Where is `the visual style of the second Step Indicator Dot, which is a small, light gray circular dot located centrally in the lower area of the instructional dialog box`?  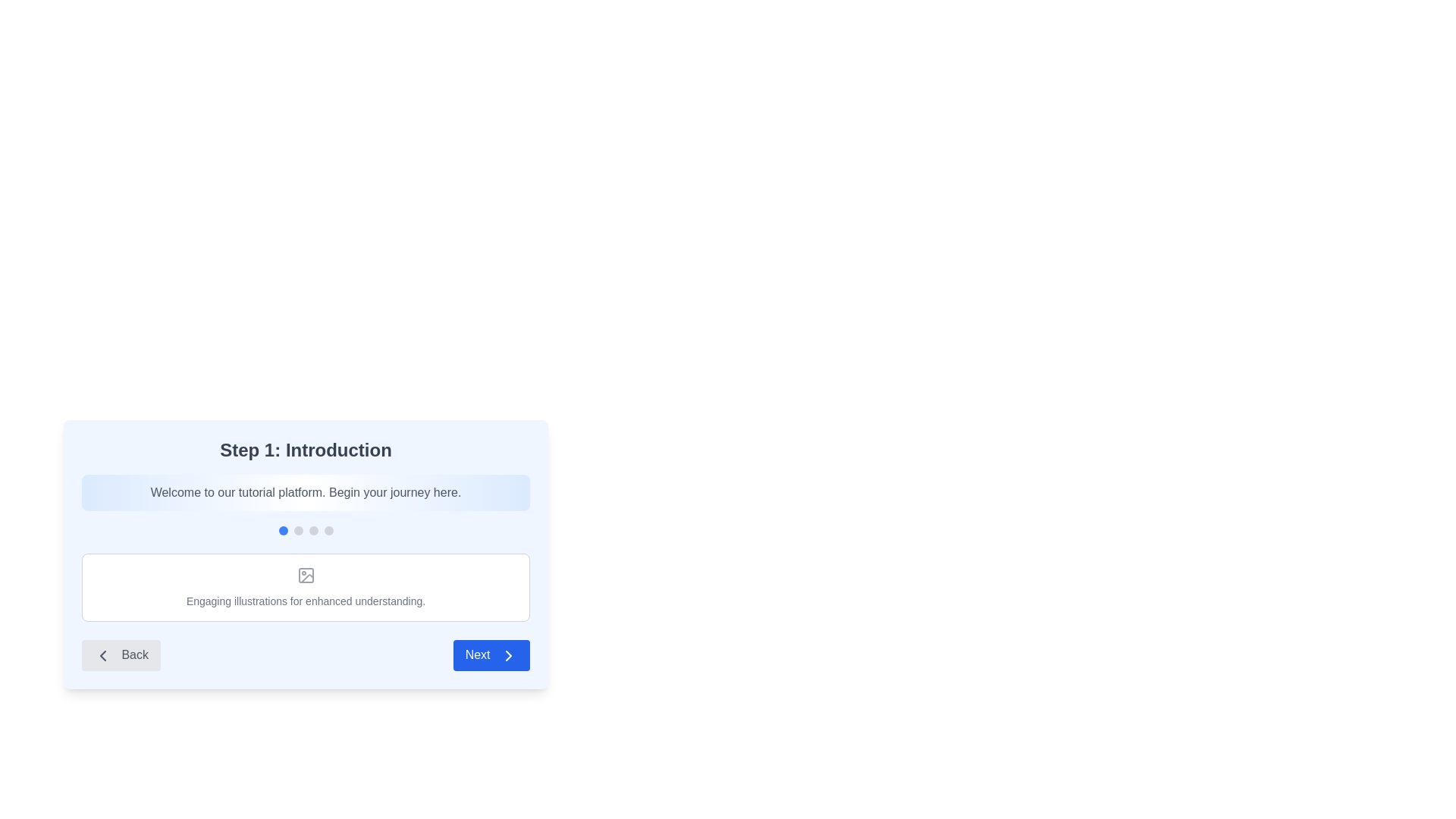
the visual style of the second Step Indicator Dot, which is a small, light gray circular dot located centrally in the lower area of the instructional dialog box is located at coordinates (298, 529).